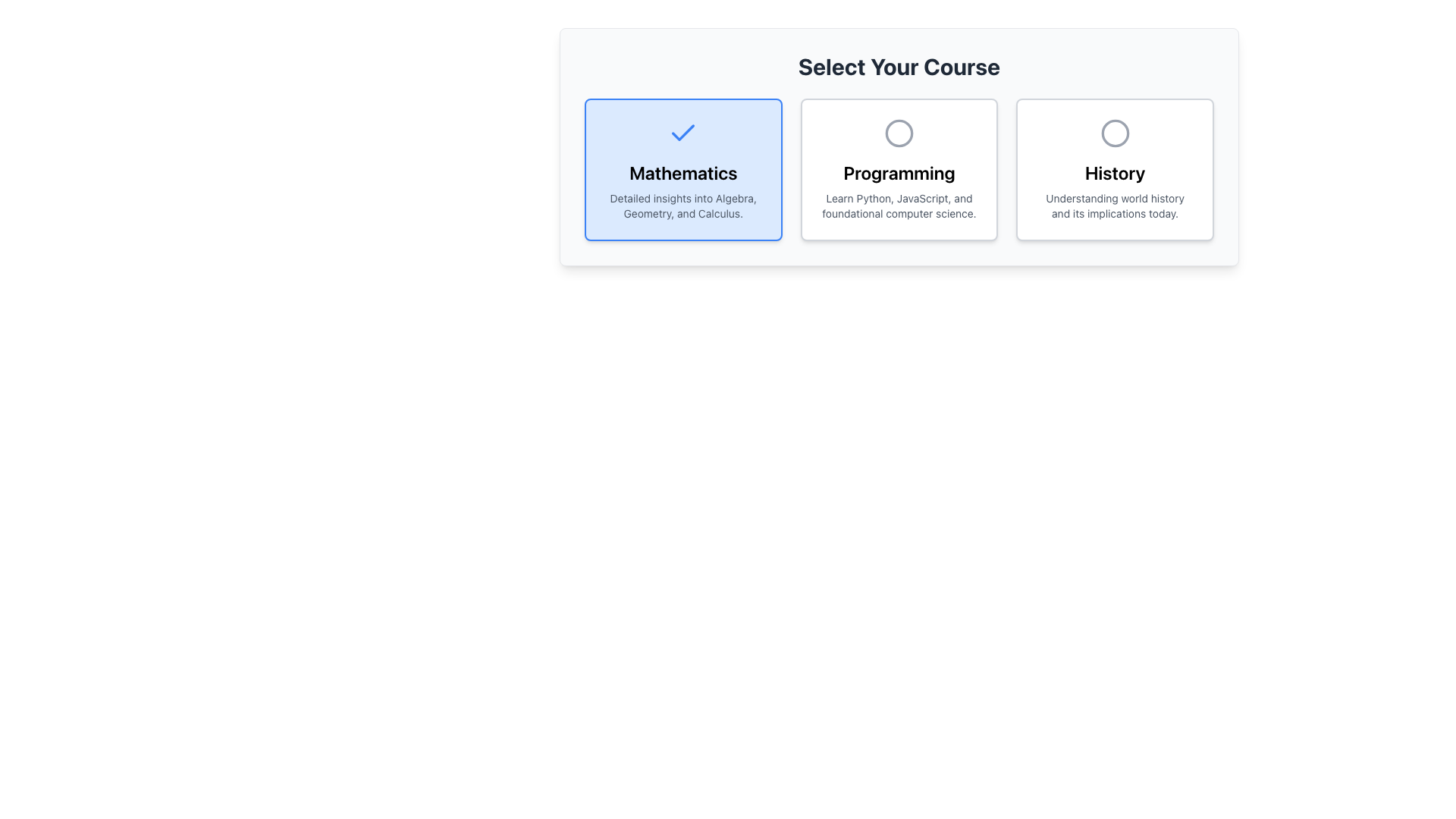  Describe the element at coordinates (899, 133) in the screenshot. I see `the circular outline icon representing the 'Programming' card, located in the center-top area of the card` at that location.